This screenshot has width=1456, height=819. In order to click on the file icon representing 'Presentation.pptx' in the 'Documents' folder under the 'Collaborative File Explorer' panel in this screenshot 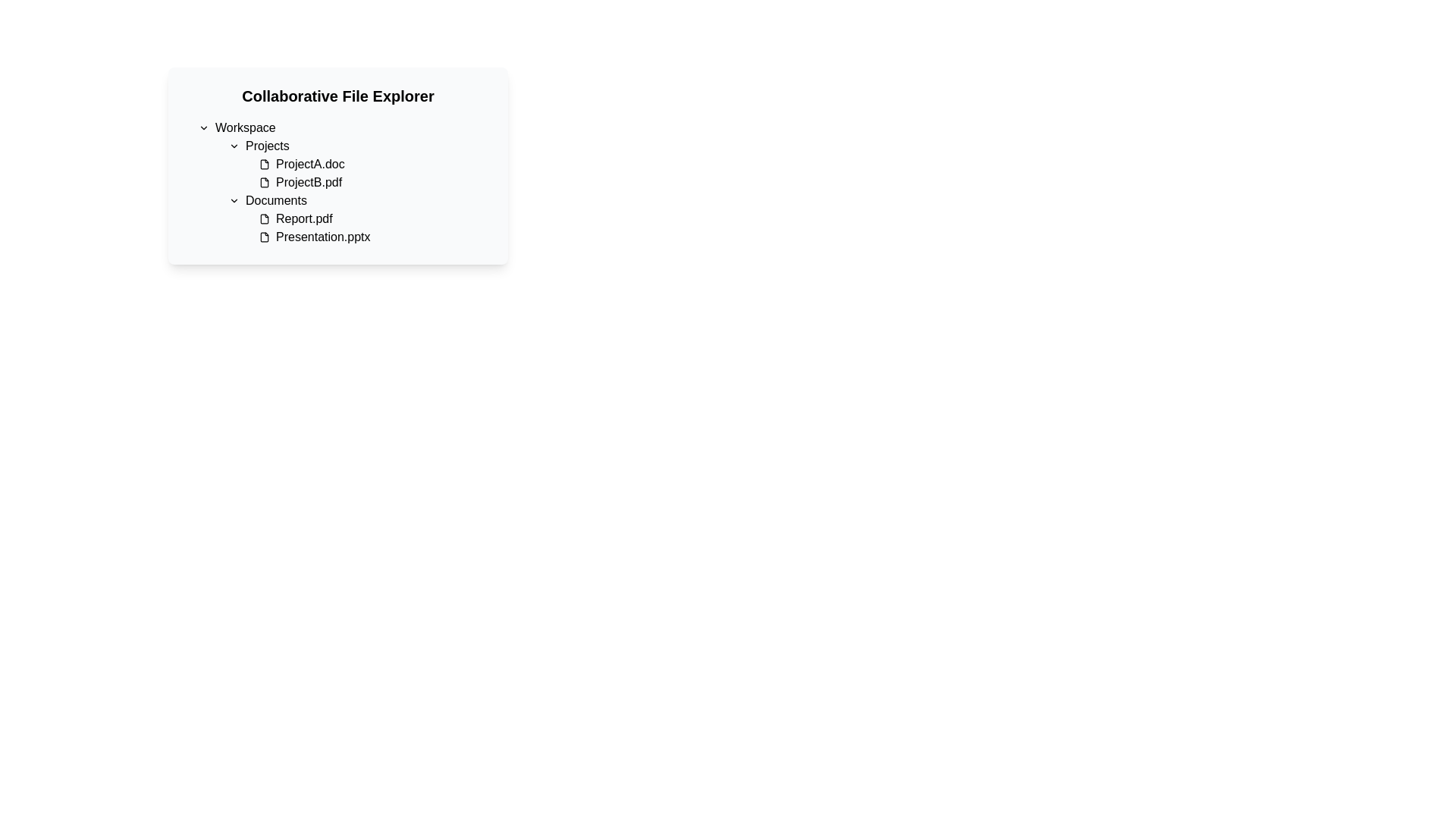, I will do `click(265, 237)`.